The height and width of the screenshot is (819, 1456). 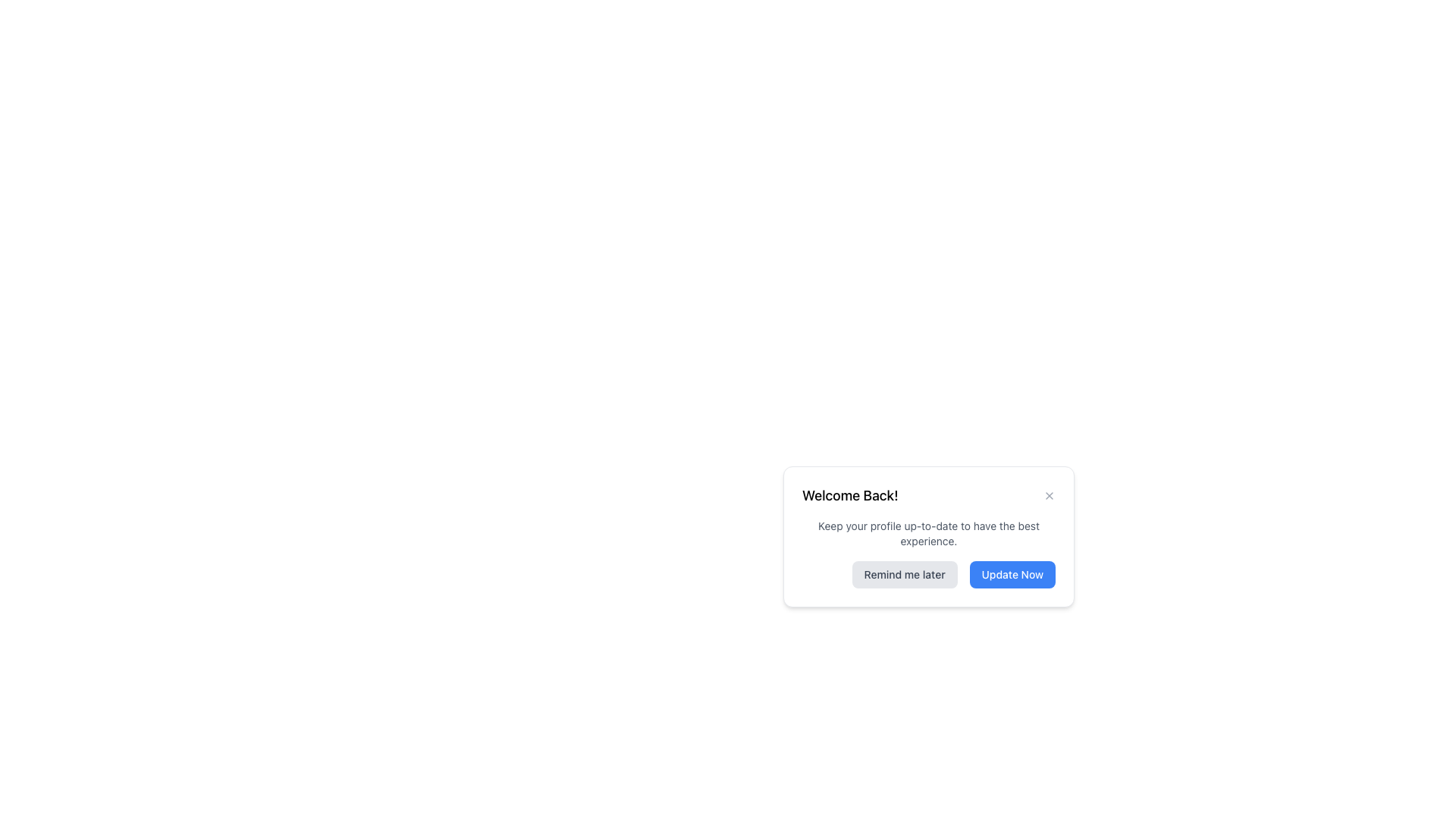 What do you see at coordinates (850, 496) in the screenshot?
I see `the static text label displaying 'Welcome Back!' in bold black font located at the top-left of the dialogue box` at bounding box center [850, 496].